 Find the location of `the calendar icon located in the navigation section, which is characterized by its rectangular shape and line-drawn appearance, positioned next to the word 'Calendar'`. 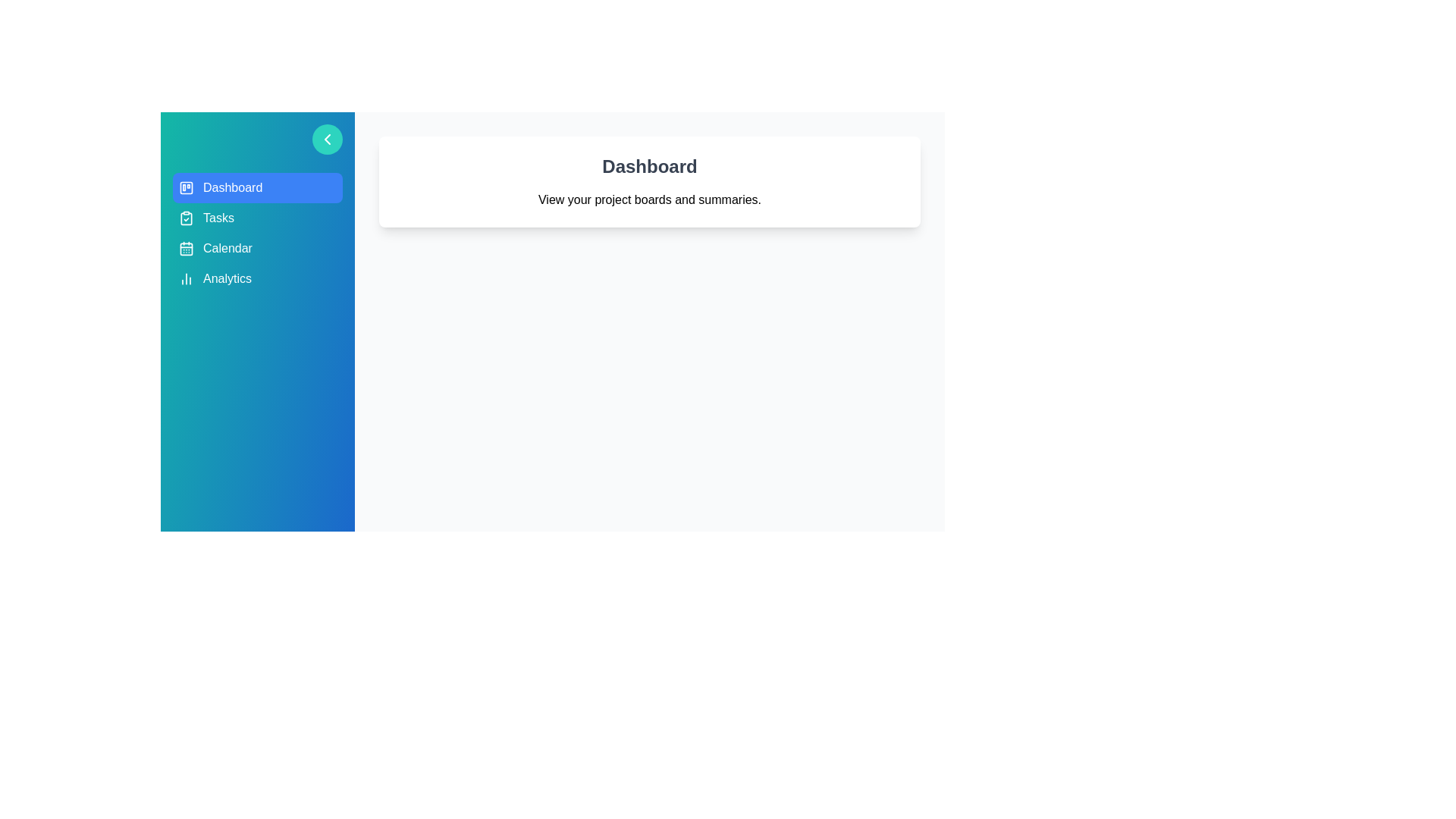

the calendar icon located in the navigation section, which is characterized by its rectangular shape and line-drawn appearance, positioned next to the word 'Calendar' is located at coordinates (185, 247).